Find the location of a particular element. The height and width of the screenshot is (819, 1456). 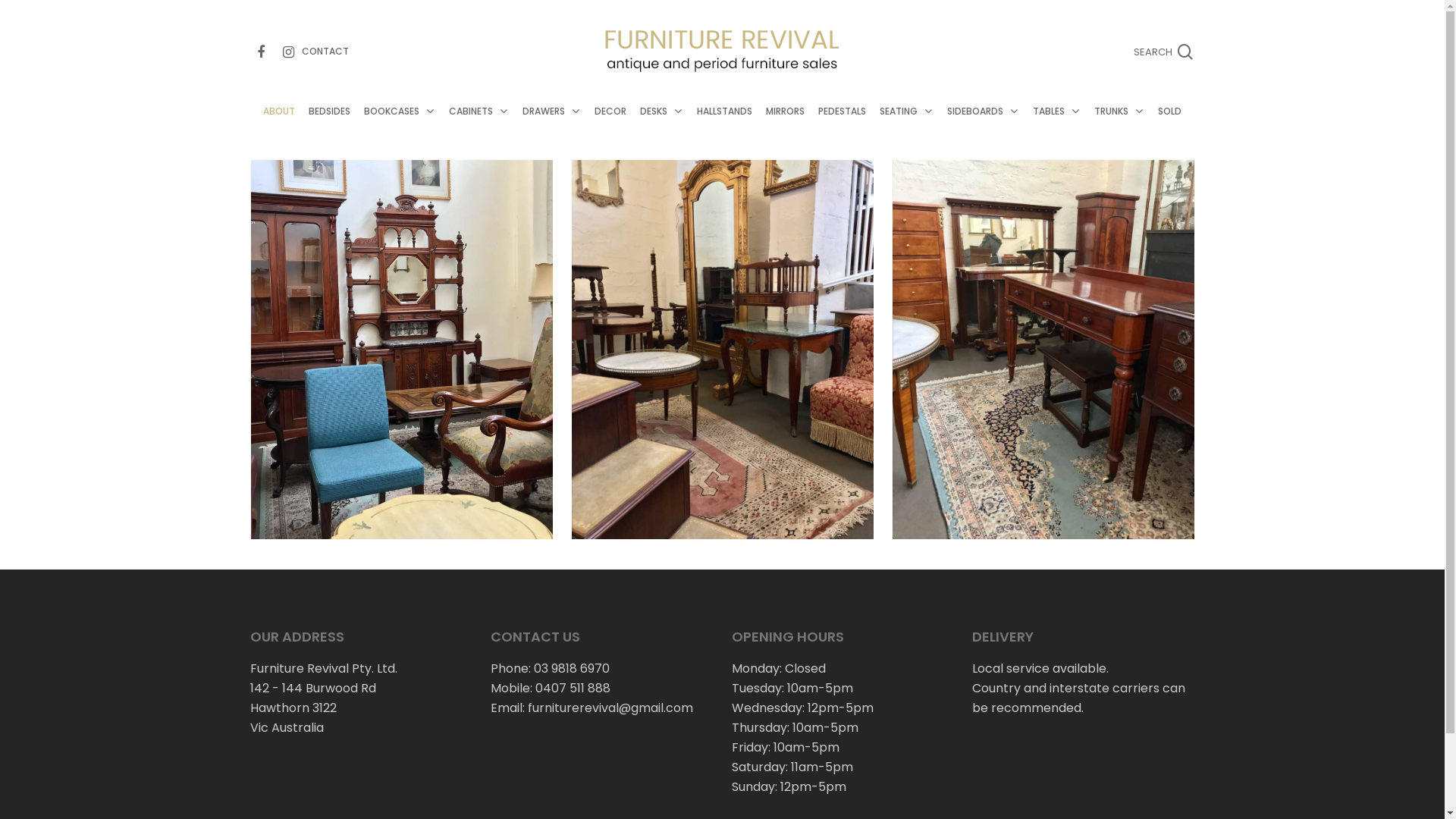

'03 9818 6970' is located at coordinates (570, 667).